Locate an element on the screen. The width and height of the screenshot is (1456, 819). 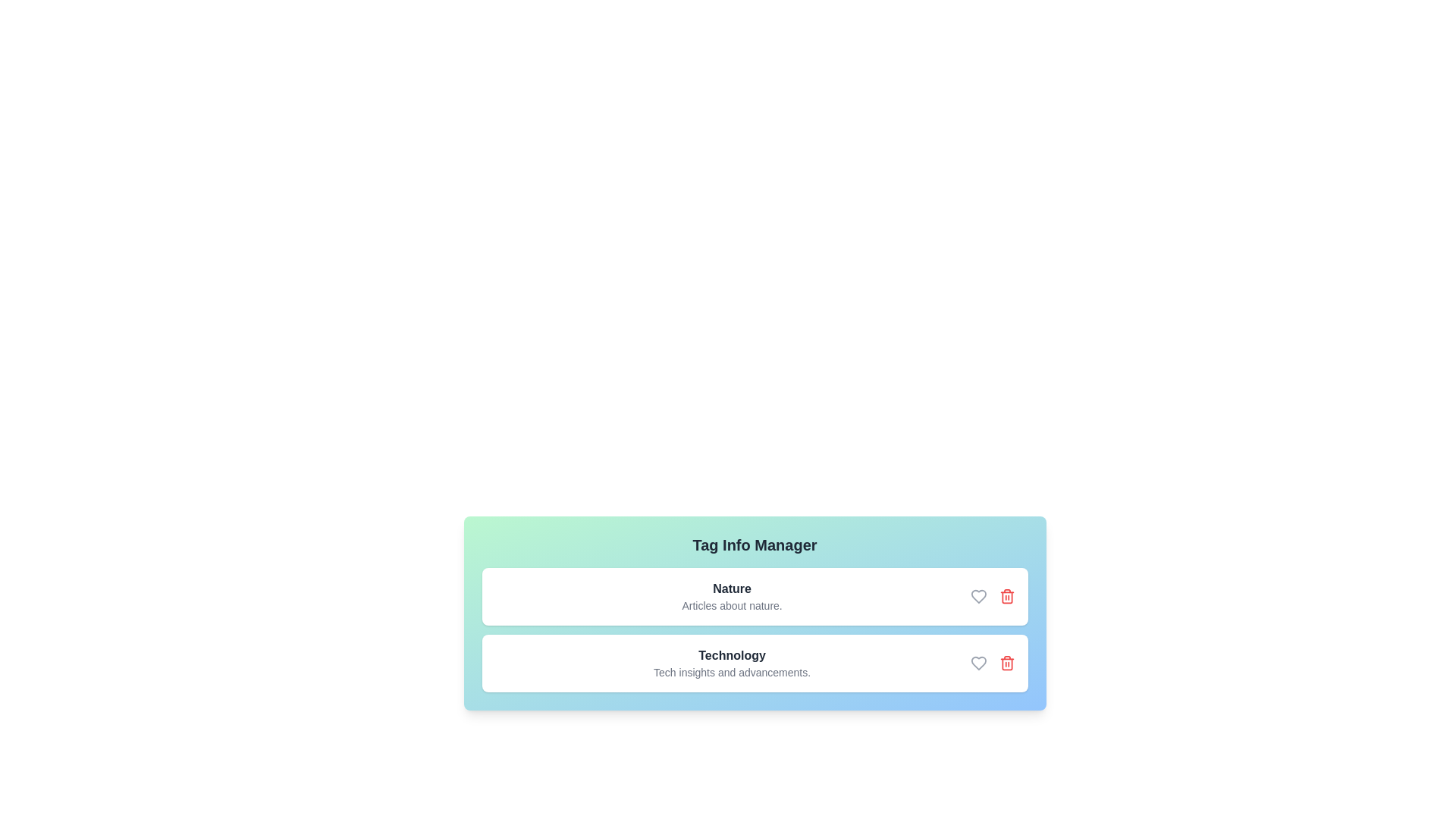
the heart icon corresponding to the tag labeled Technology to toggle its 'like' status is located at coordinates (978, 663).